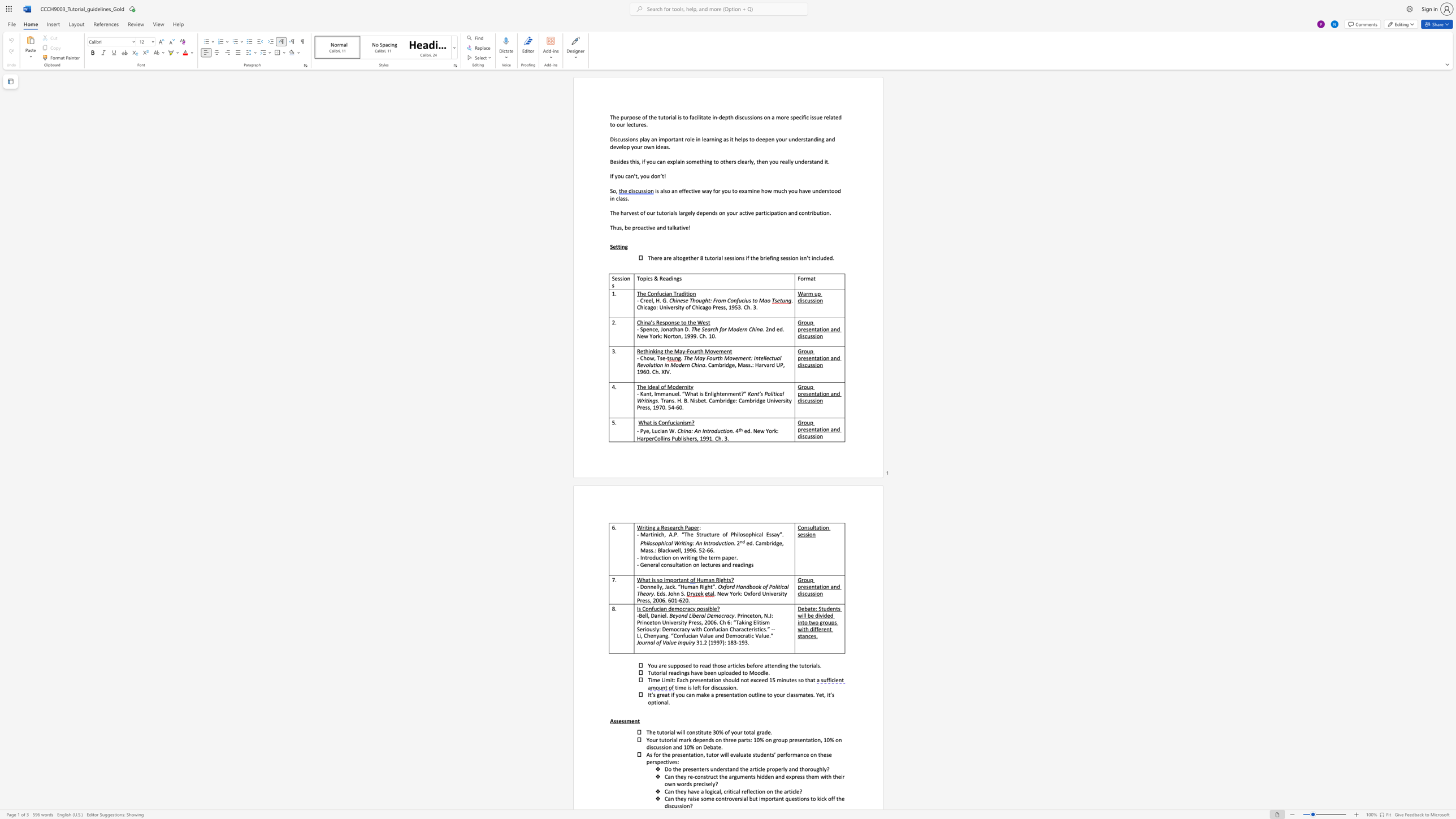 The height and width of the screenshot is (819, 1456). I want to click on the subset text "Immanuel. “What is Enl" within the text "- Kant, Immanuel. “What is Enlightenment?”", so click(653, 393).